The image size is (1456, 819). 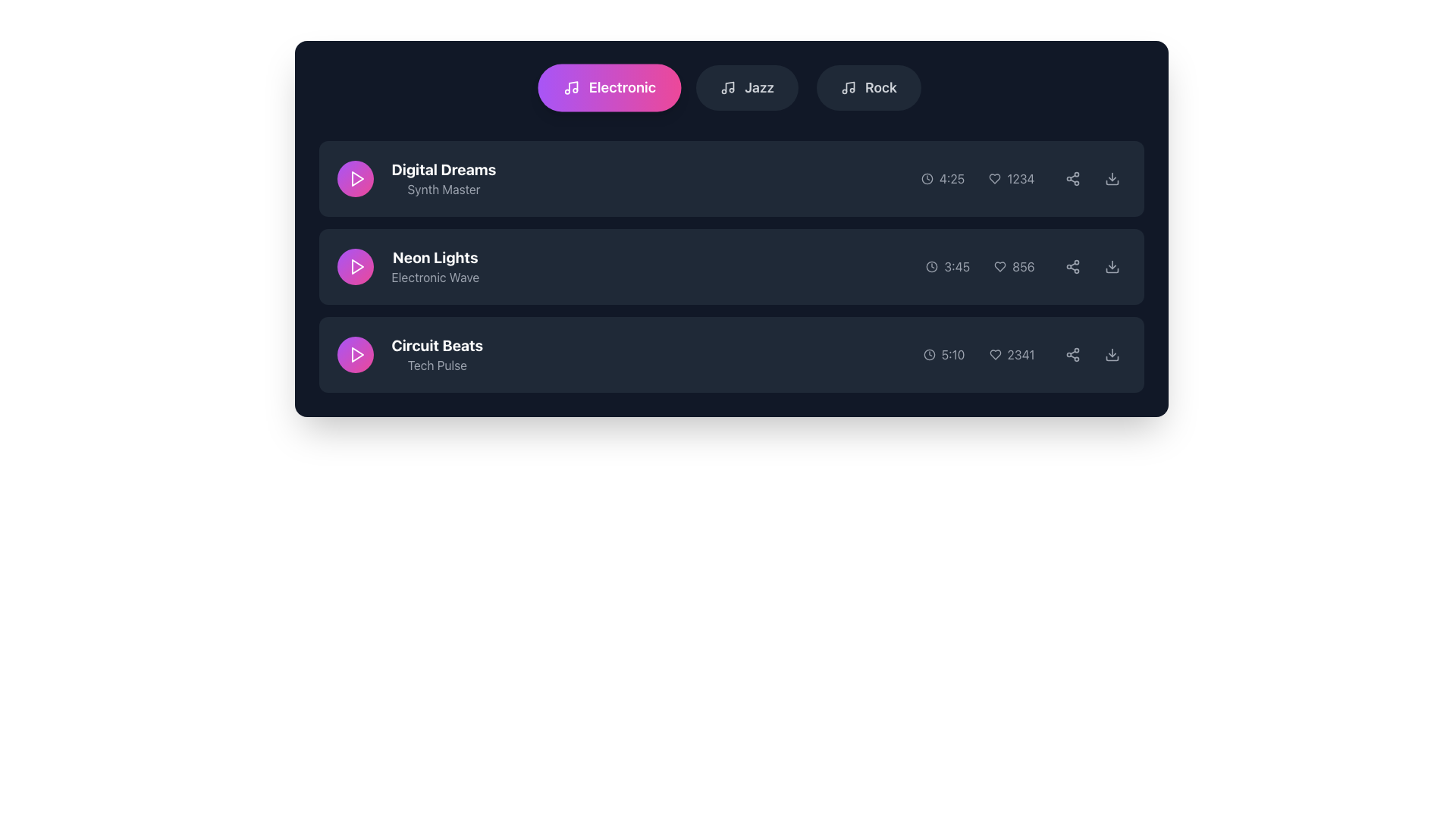 What do you see at coordinates (943, 354) in the screenshot?
I see `the Text label with a clock icon displaying the duration '5:10', located in the third row of listed items, positioned to the right of the row` at bounding box center [943, 354].